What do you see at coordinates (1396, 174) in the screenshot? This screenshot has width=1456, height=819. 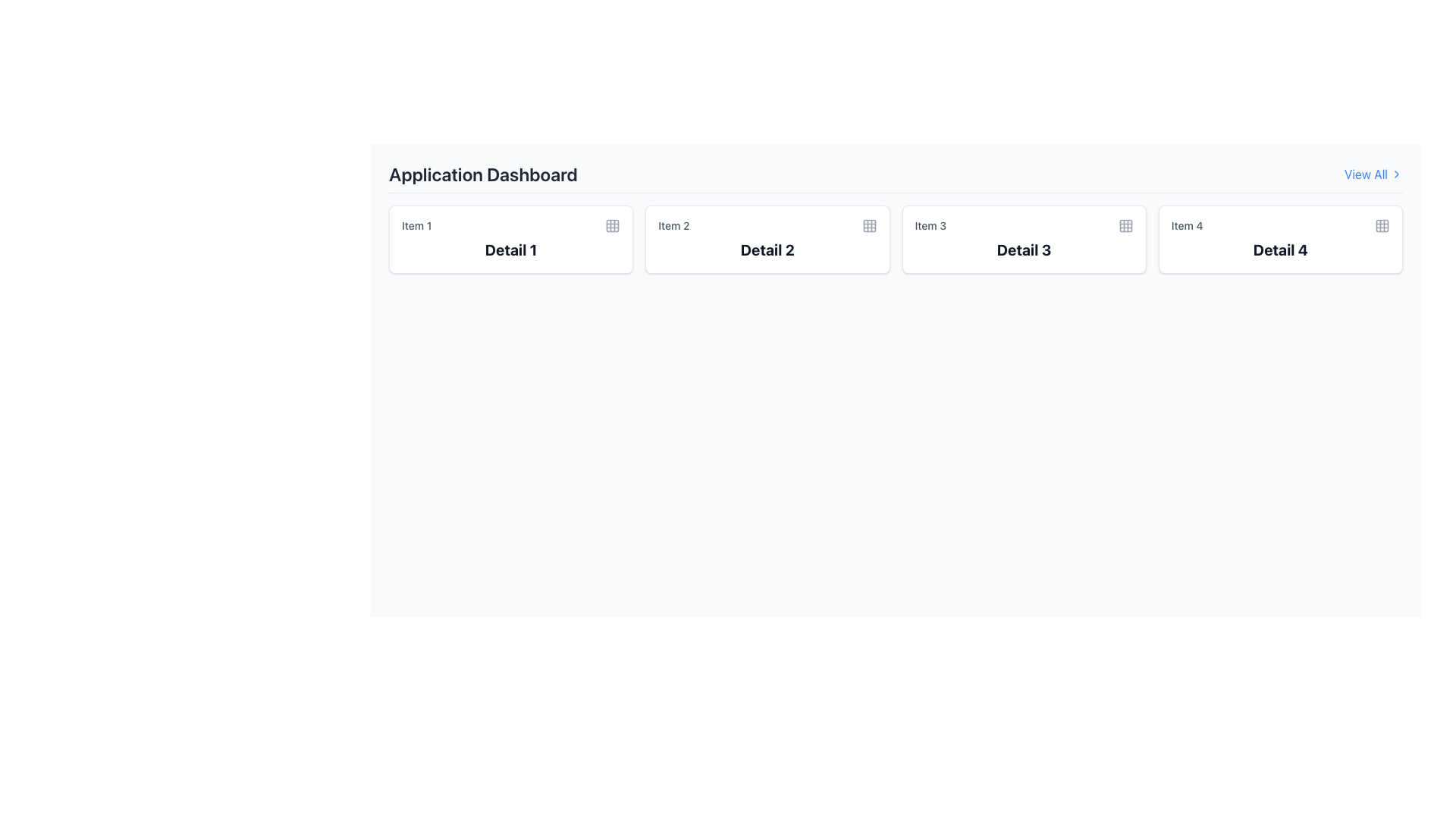 I see `the arrow icon located on the far-right side of the 'View All' link text` at bounding box center [1396, 174].